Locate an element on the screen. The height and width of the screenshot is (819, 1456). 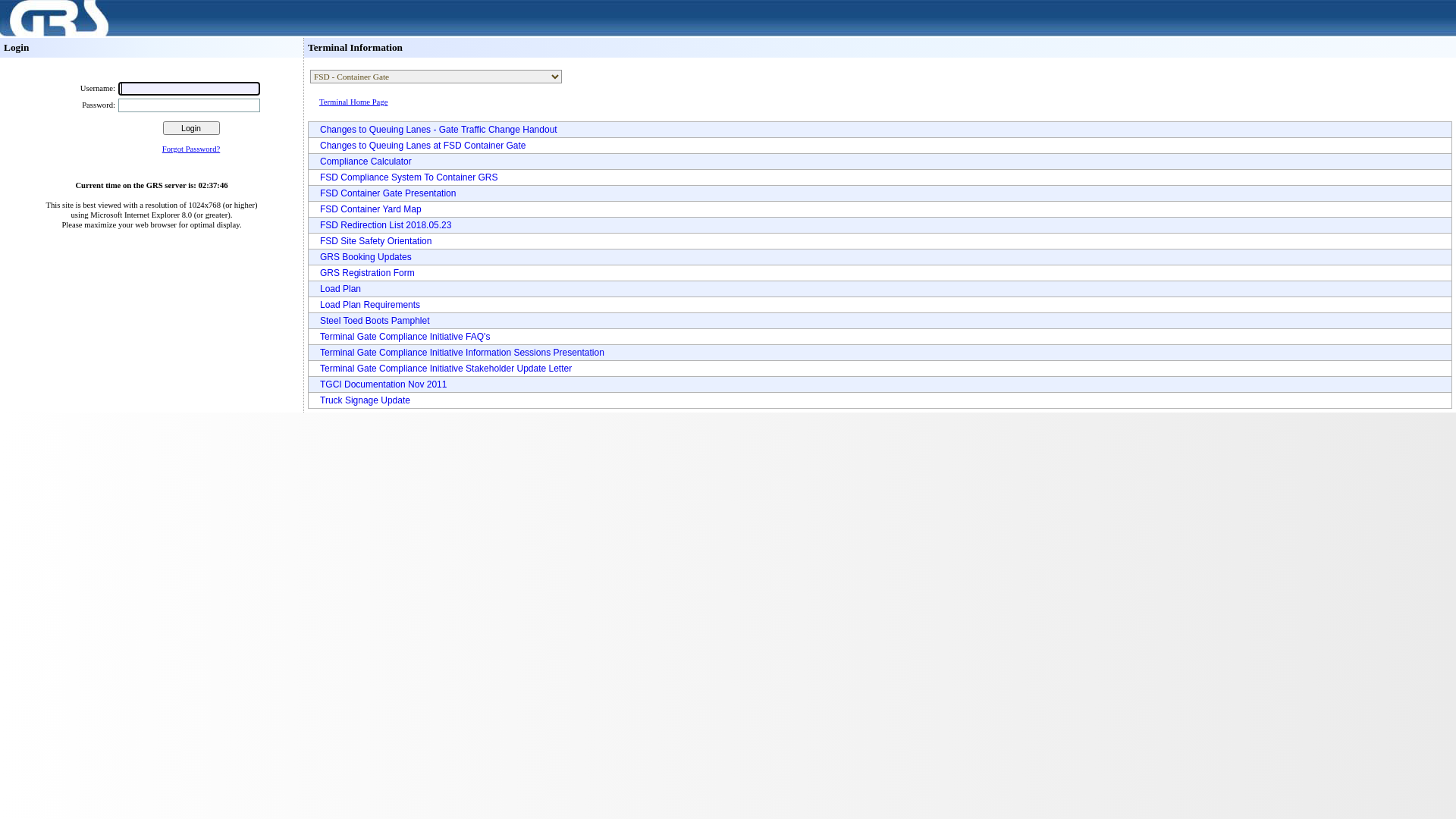
'Load Plan Requirements' is located at coordinates (312, 304).